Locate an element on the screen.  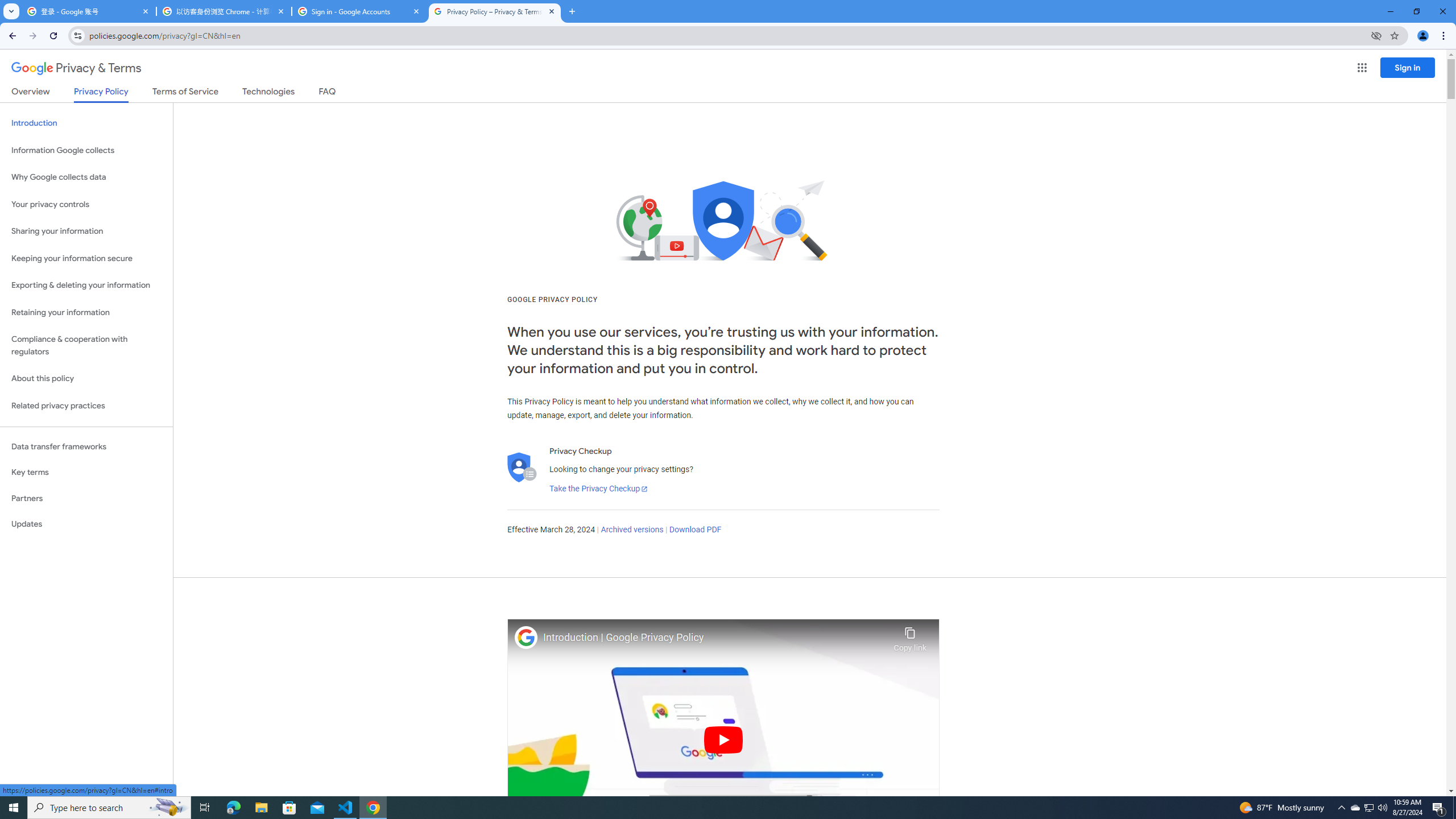
'Your privacy controls' is located at coordinates (86, 205).